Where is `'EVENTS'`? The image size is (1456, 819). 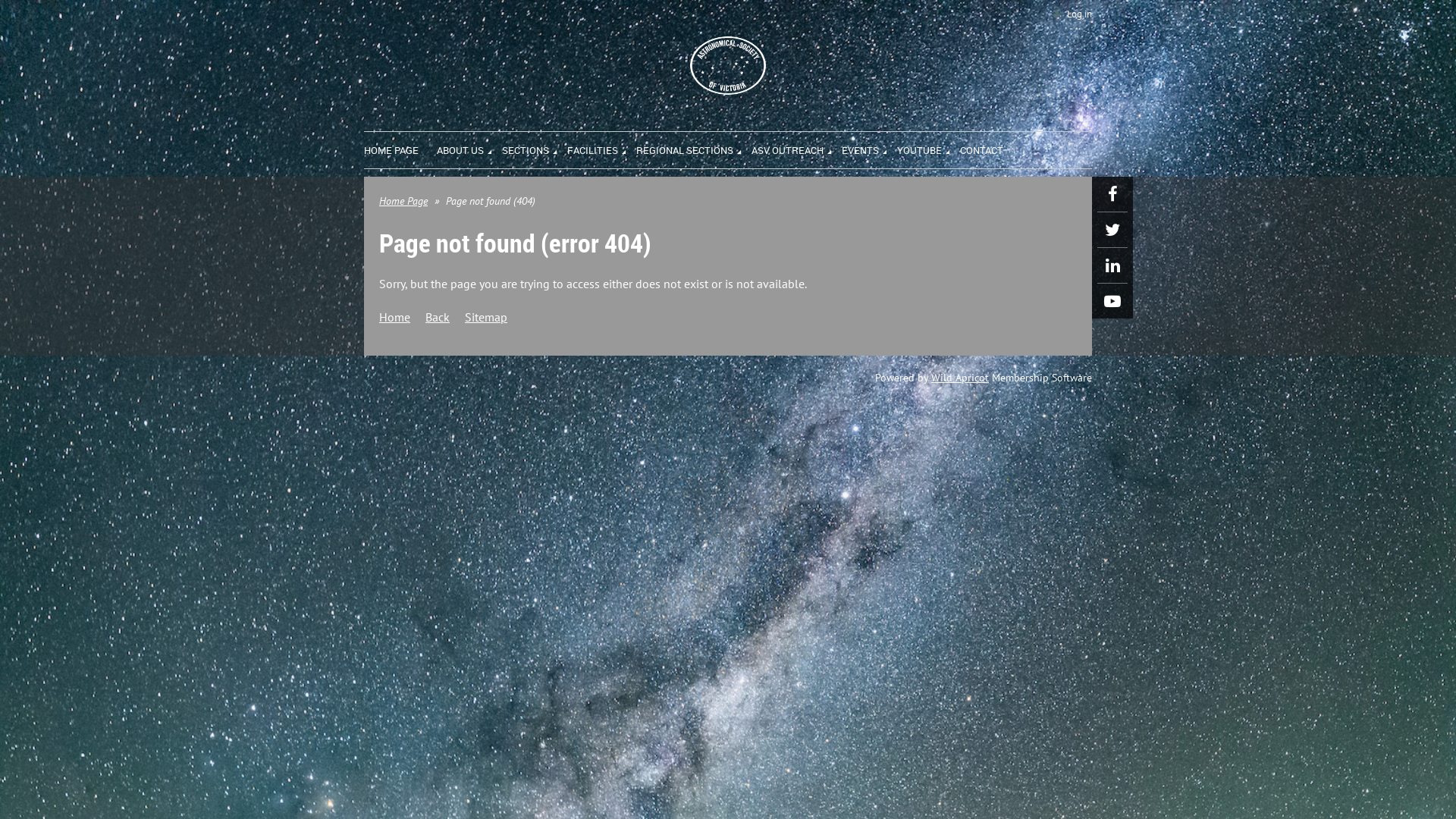 'EVENTS' is located at coordinates (869, 148).